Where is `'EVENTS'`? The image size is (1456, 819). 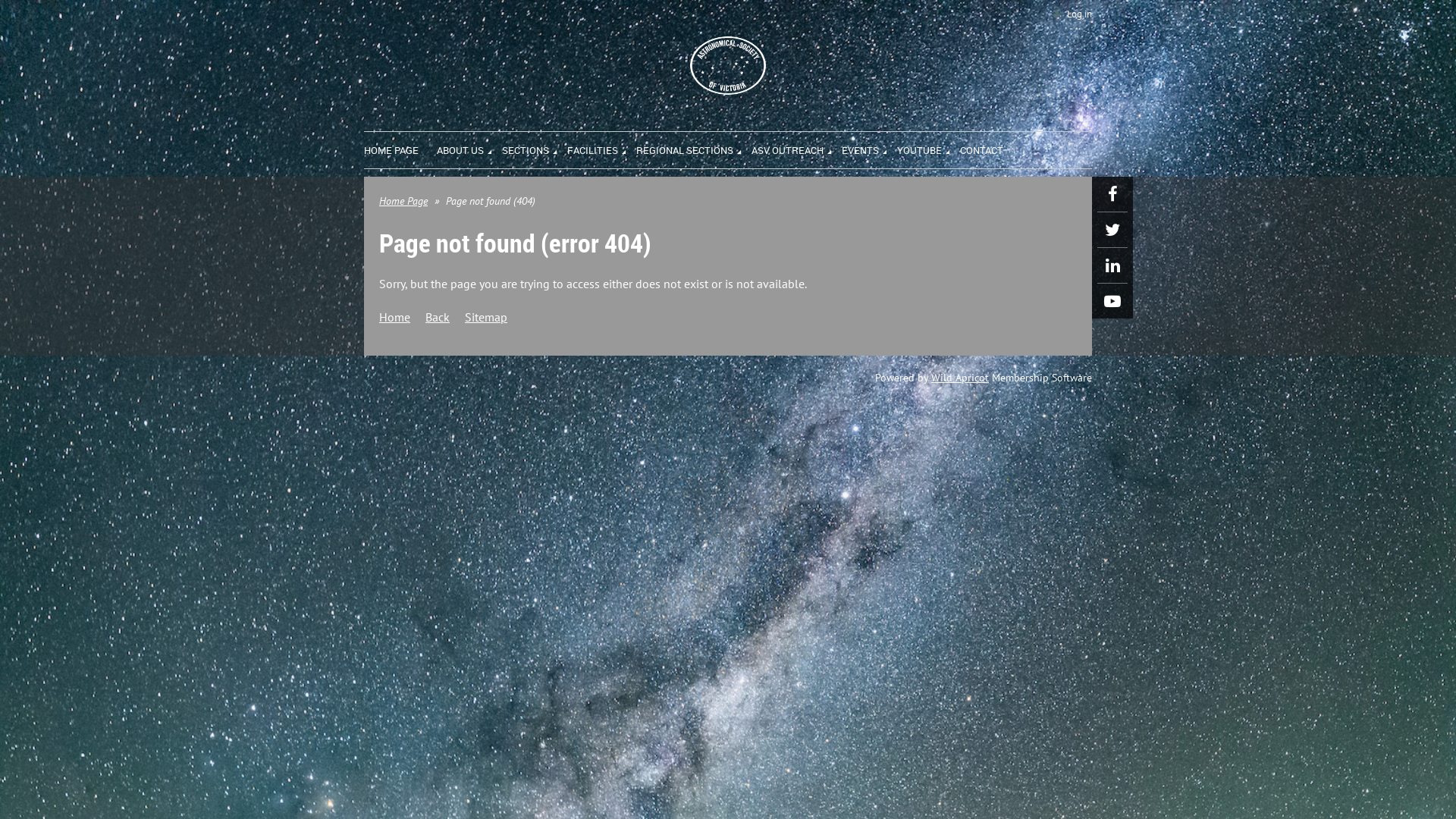 'EVENTS' is located at coordinates (869, 148).